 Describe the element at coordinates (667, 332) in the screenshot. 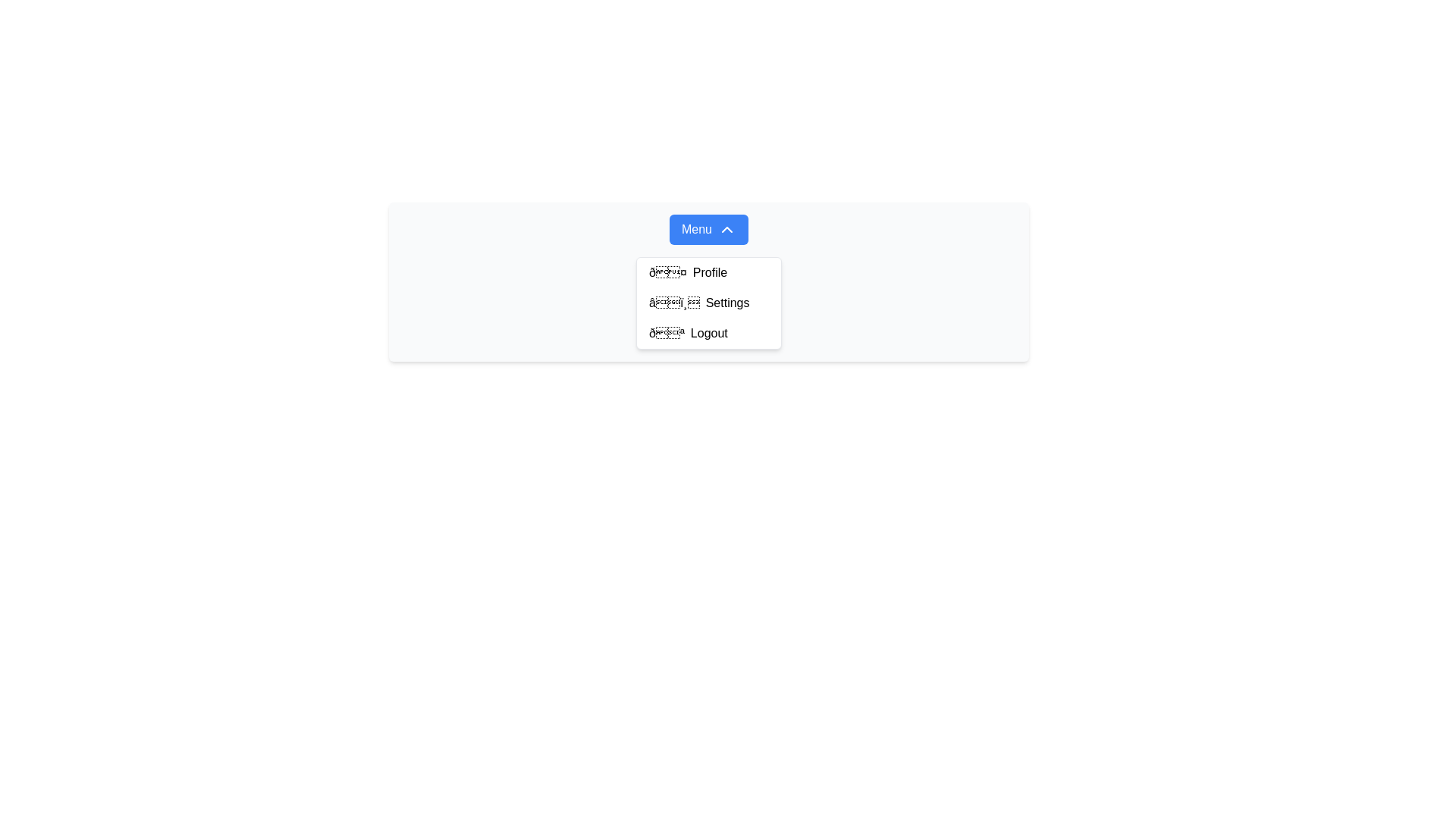

I see `the emoji icon representing the 'Logout' functionality located in the third row of the dropdown menu, immediately to the left of the 'Logout' label` at that location.